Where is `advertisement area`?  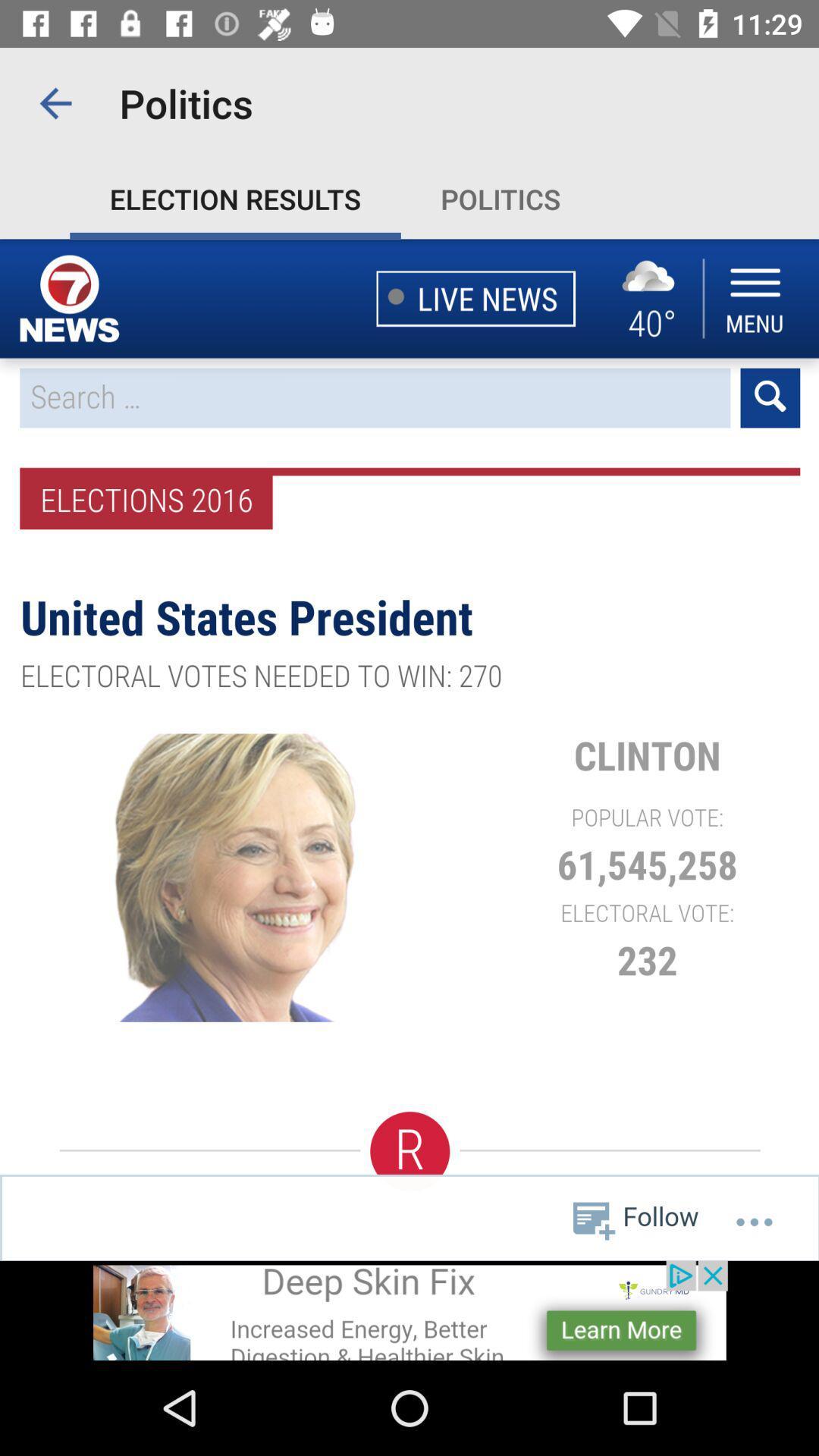 advertisement area is located at coordinates (409, 1310).